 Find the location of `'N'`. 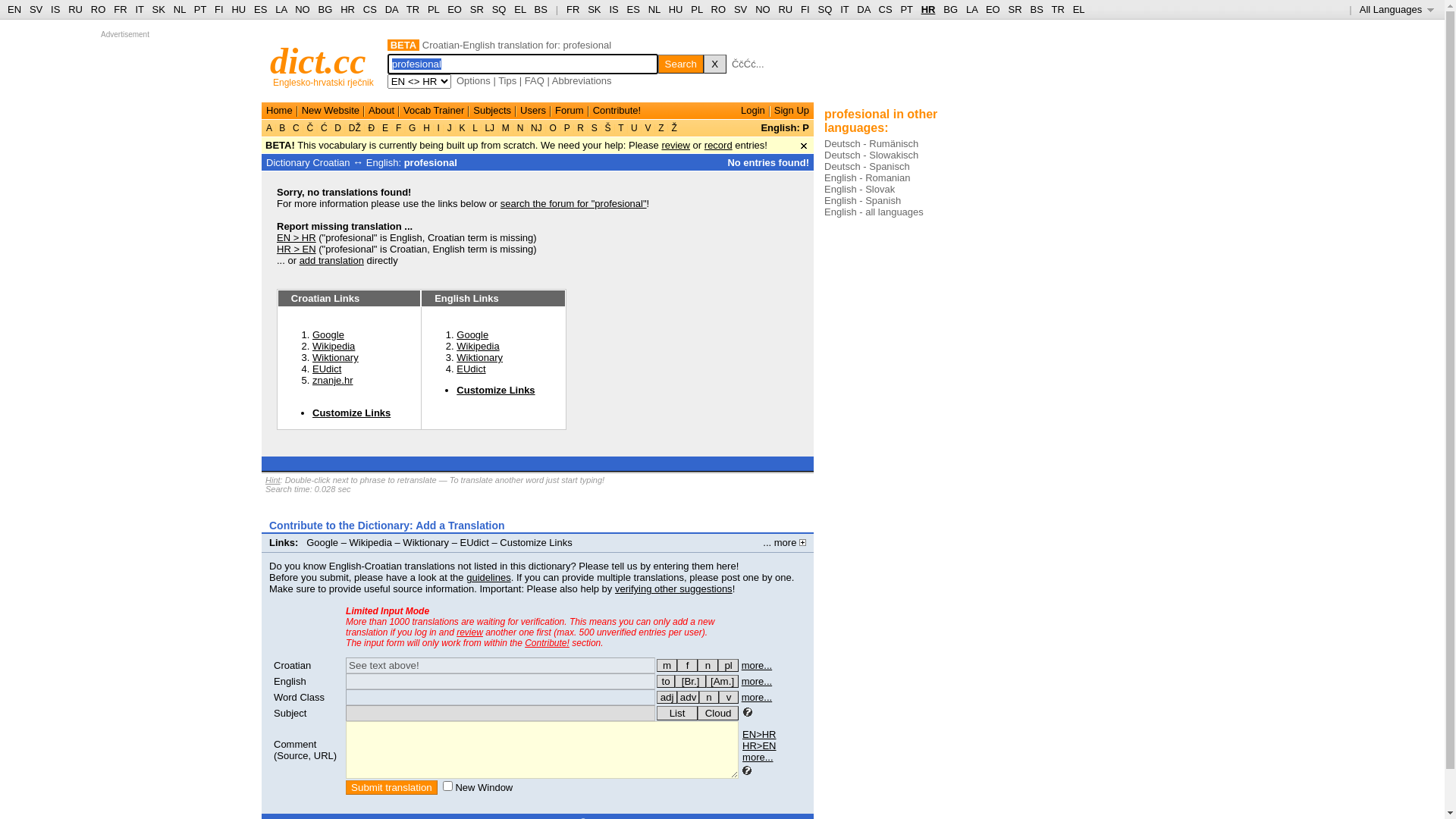

'N' is located at coordinates (519, 127).